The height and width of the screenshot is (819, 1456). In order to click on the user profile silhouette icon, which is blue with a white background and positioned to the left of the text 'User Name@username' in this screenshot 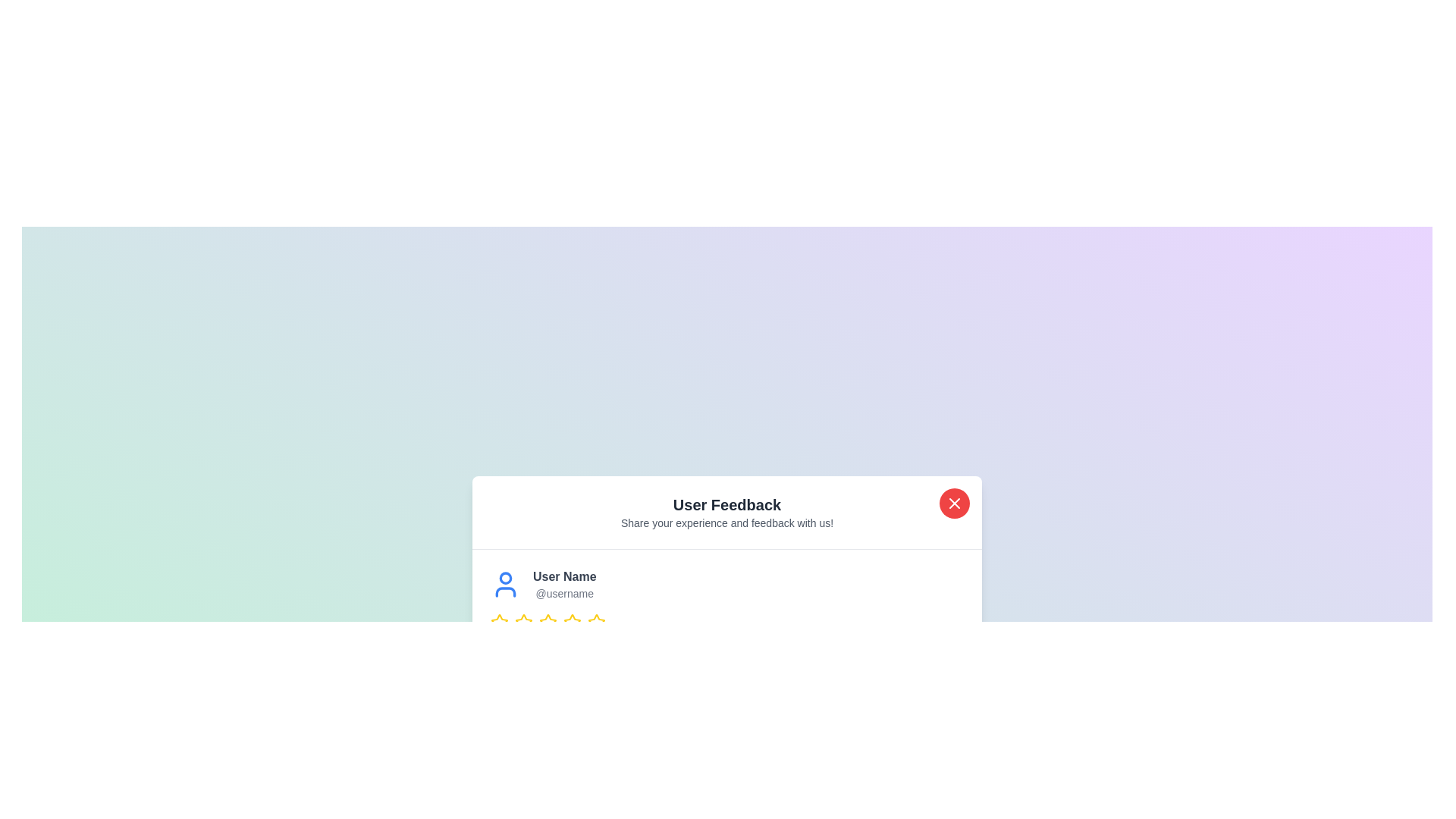, I will do `click(506, 583)`.